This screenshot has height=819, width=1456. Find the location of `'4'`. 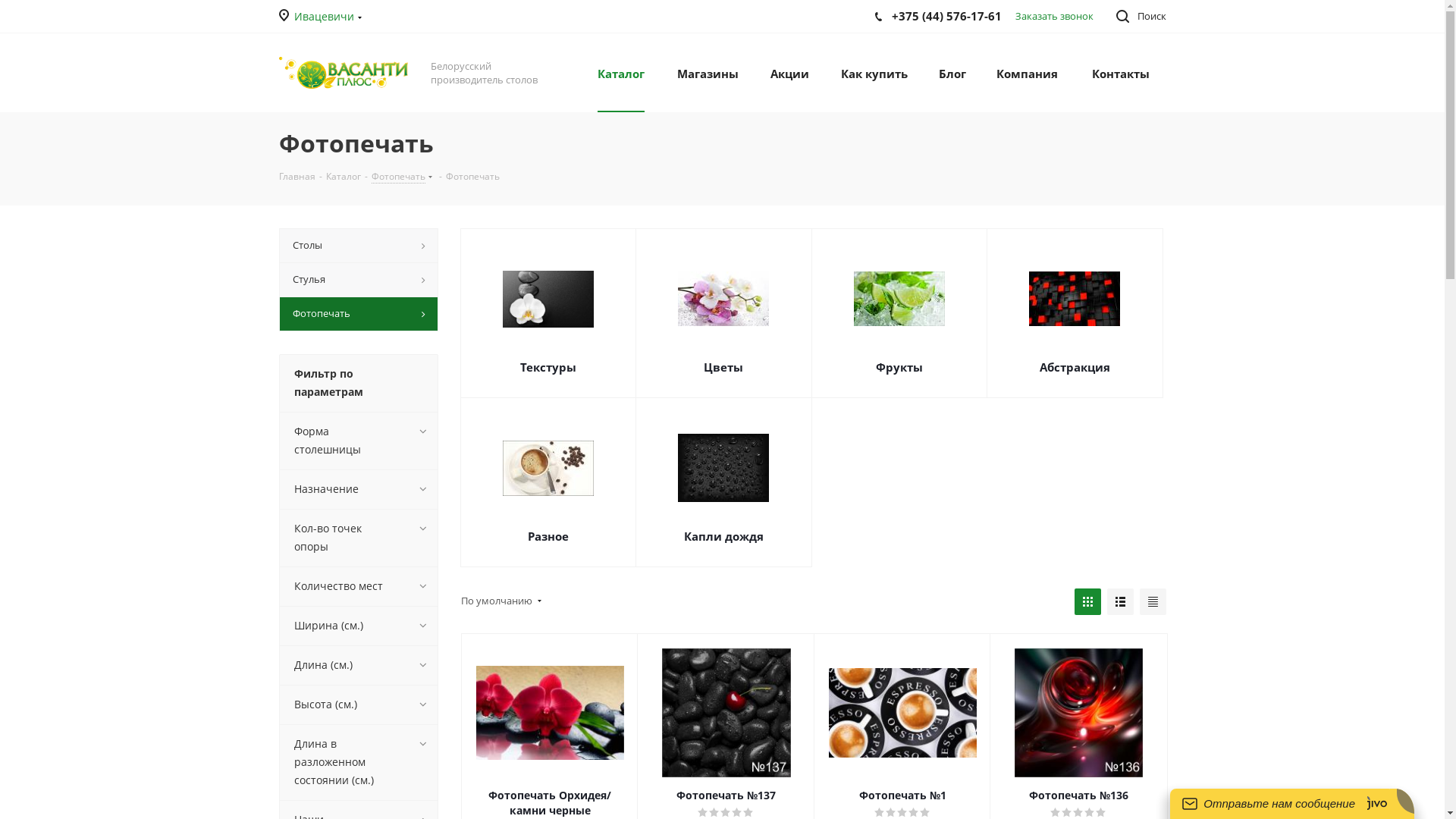

'4' is located at coordinates (737, 812).